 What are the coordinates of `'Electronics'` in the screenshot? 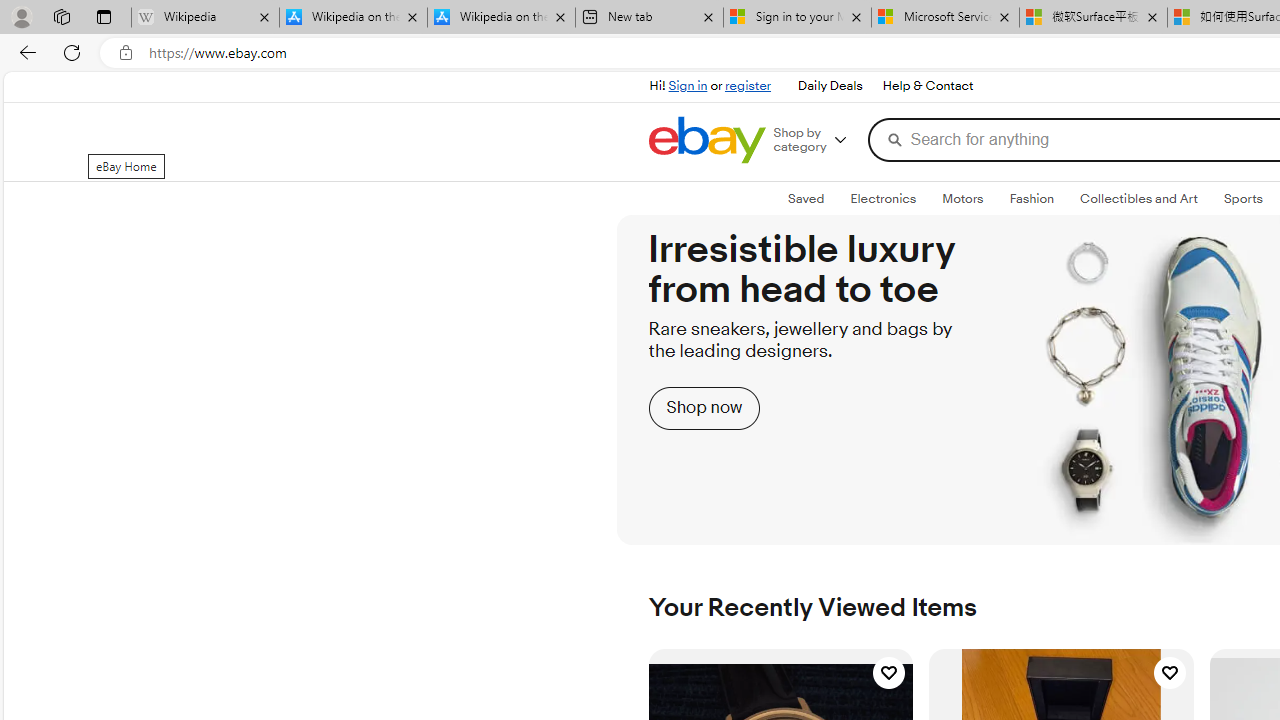 It's located at (882, 199).